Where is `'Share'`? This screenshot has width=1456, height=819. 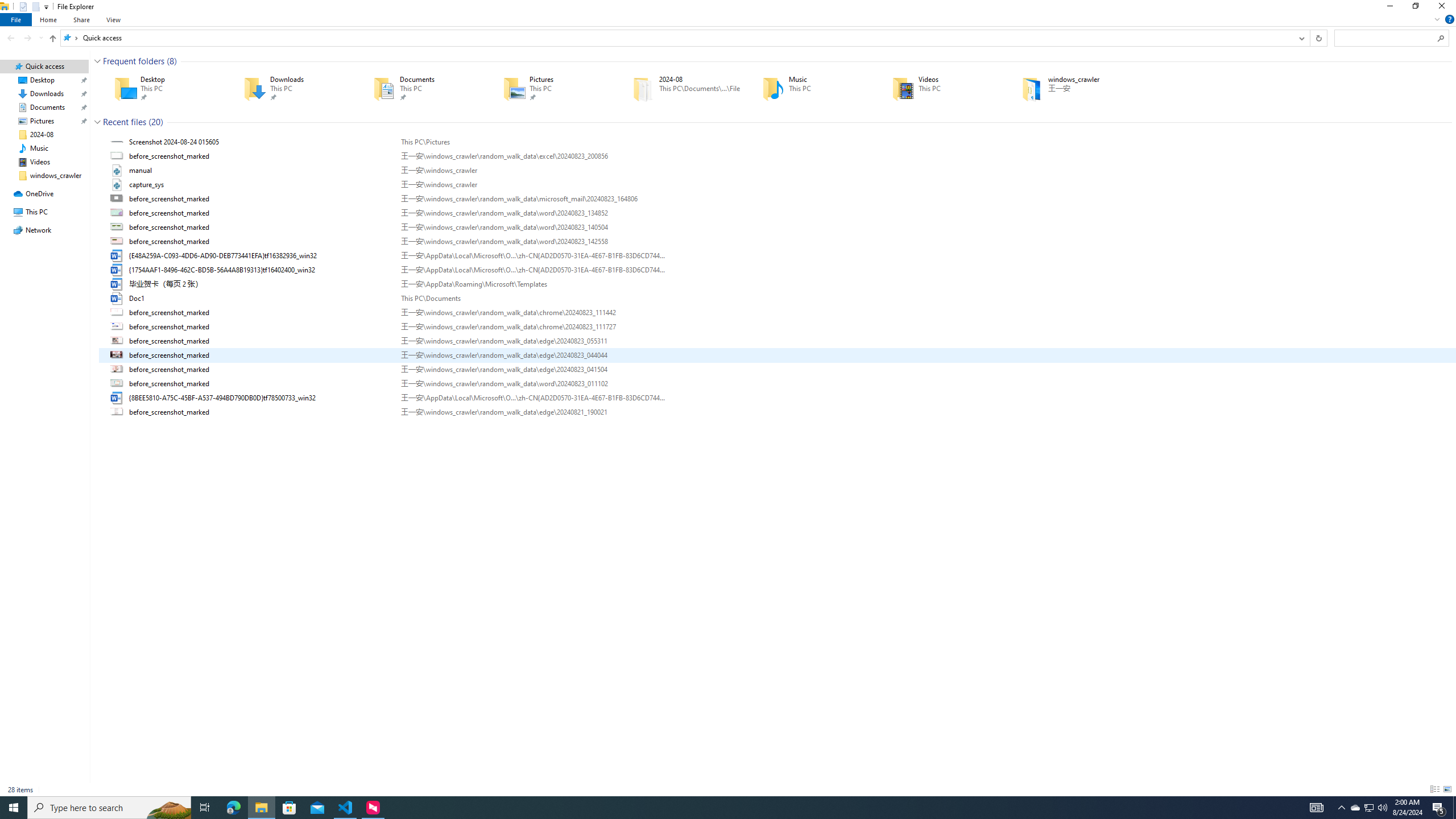 'Share' is located at coordinates (81, 19).